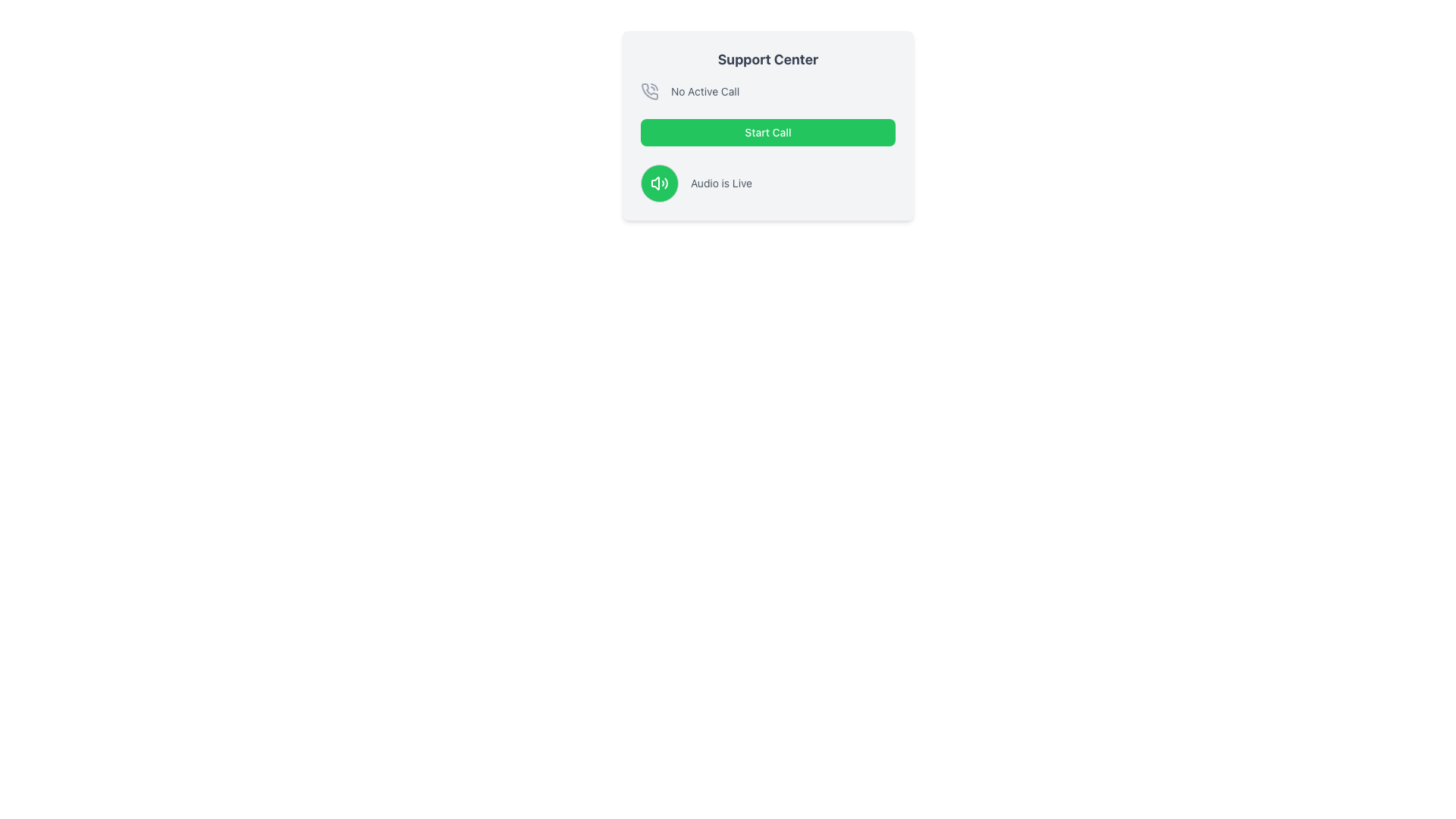  I want to click on the small triangular sound wave icon, which is white and located within a circular green background, positioned to the left of the 'Audio is Live' text, so click(655, 183).